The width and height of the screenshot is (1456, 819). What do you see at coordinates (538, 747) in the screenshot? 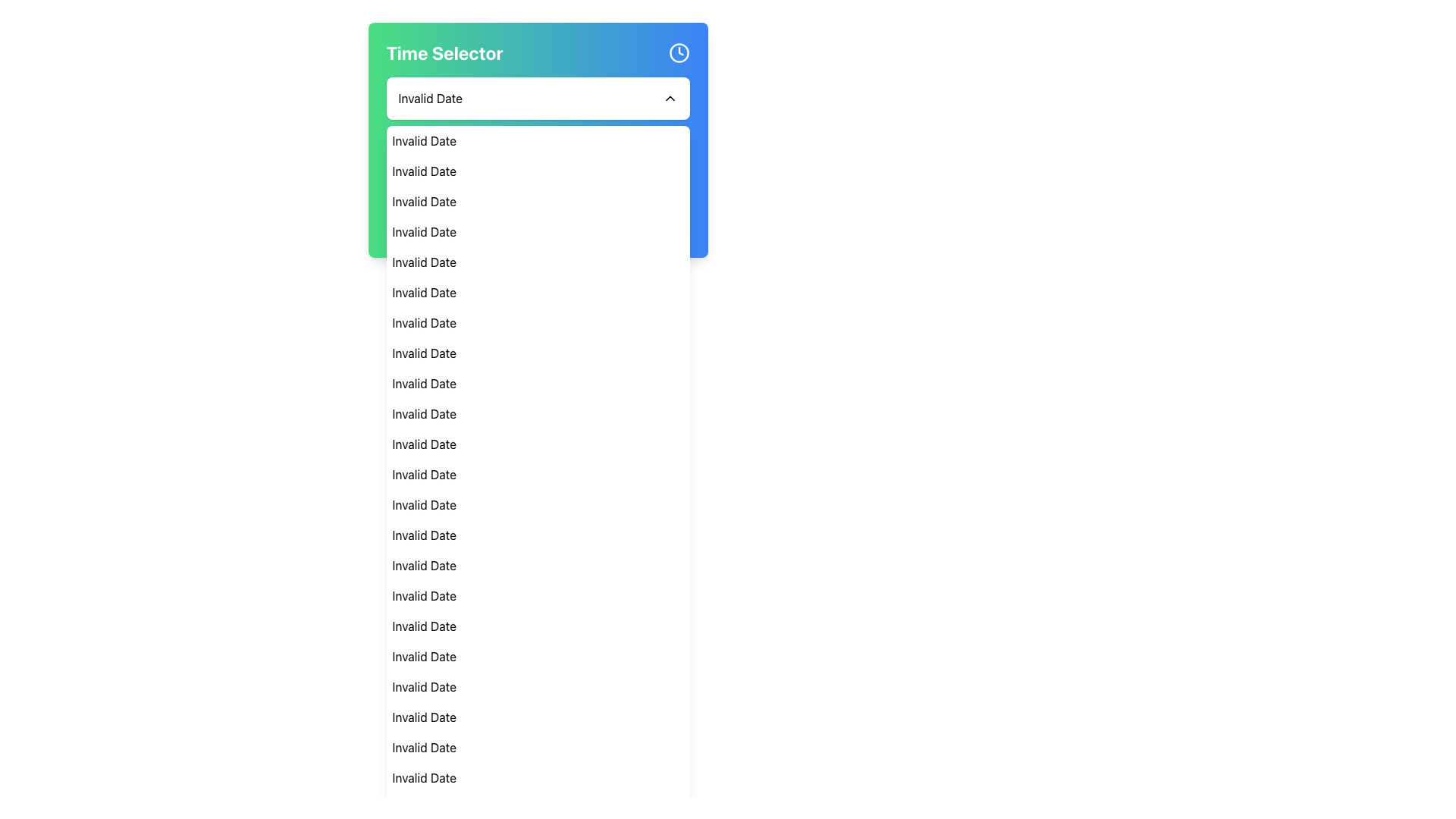
I see `the 22nd entry in the dropdown menu labeled 'Invalid Date'` at bounding box center [538, 747].